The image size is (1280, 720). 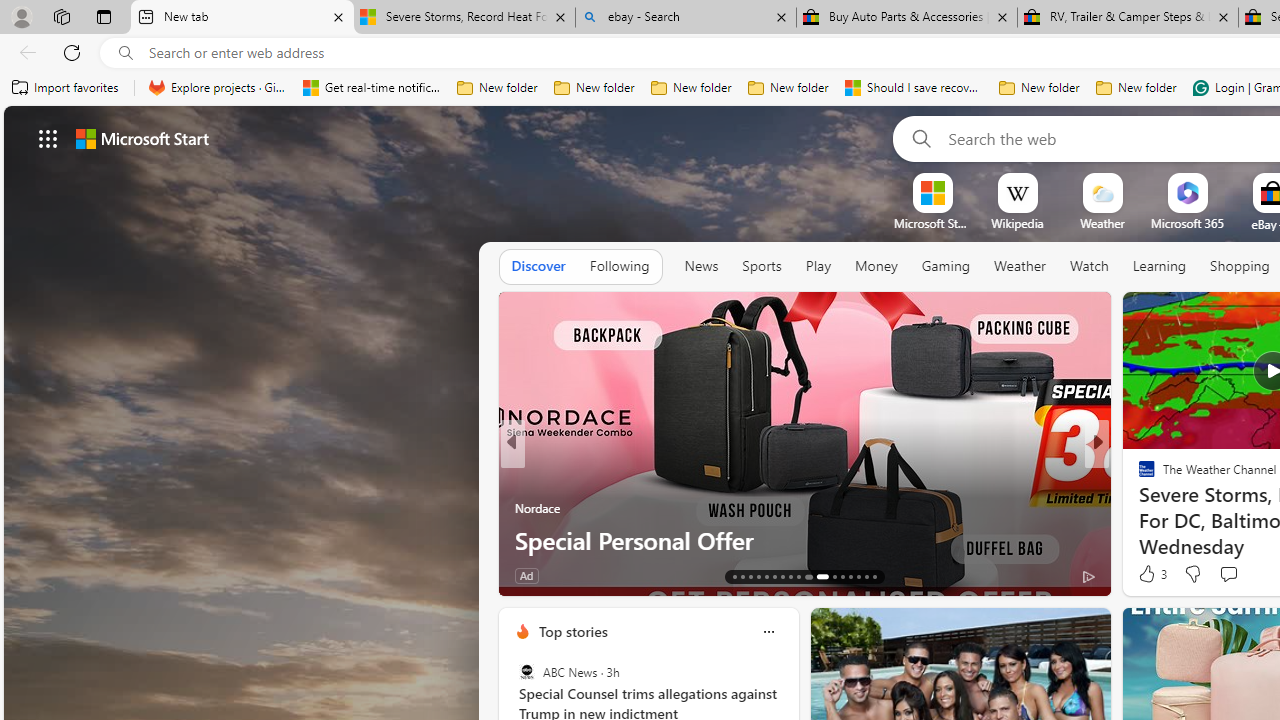 I want to click on 'AutomationID: tab-27', so click(x=858, y=577).